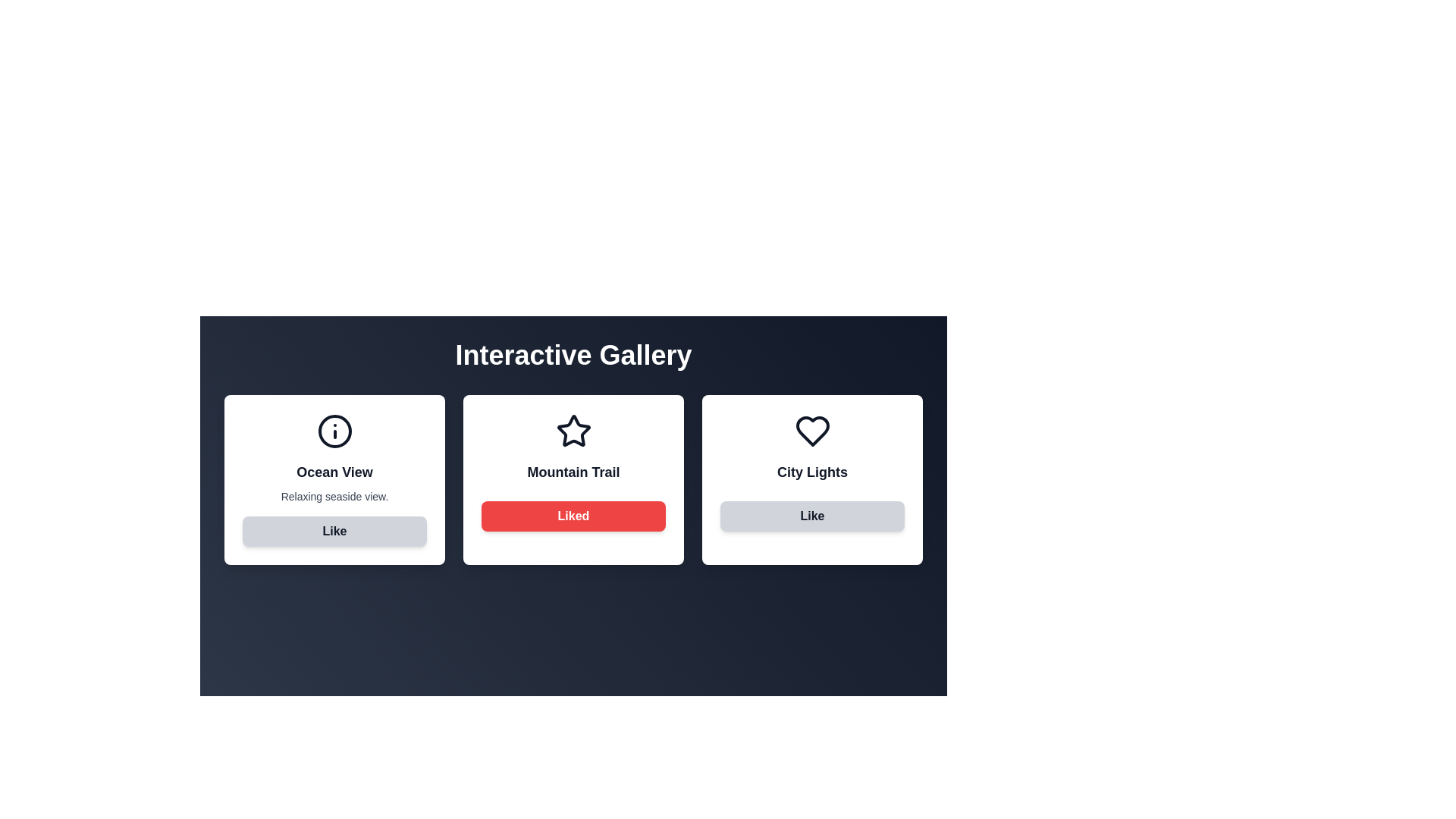 This screenshot has height=819, width=1456. I want to click on the SVG Circle Element that is styled as an outline and located centrally within the 'Ocean View' card, which is part of an information icon, so click(334, 431).